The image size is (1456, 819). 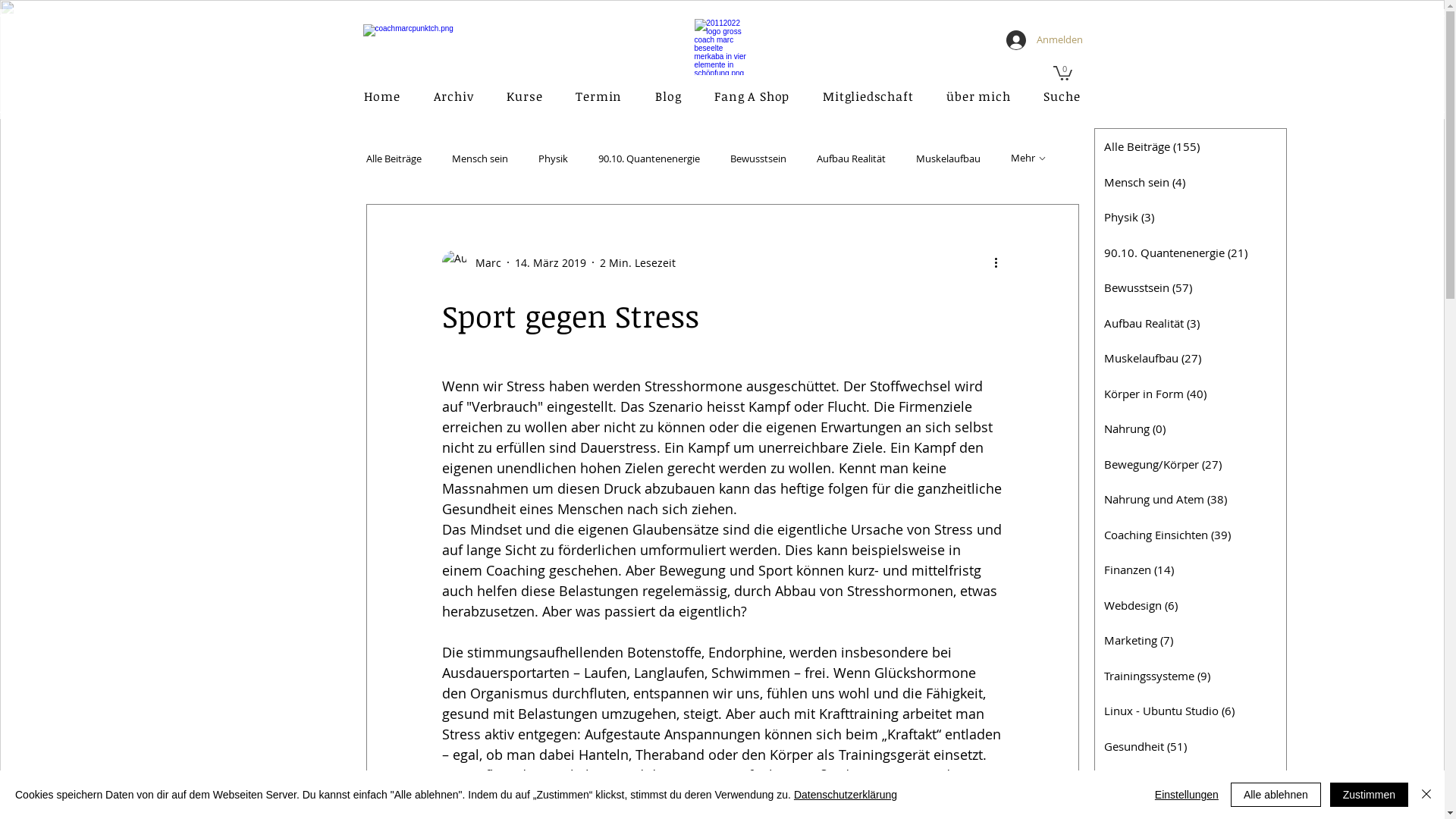 What do you see at coordinates (1189, 781) in the screenshot?
I see `'Meditation (15)'` at bounding box center [1189, 781].